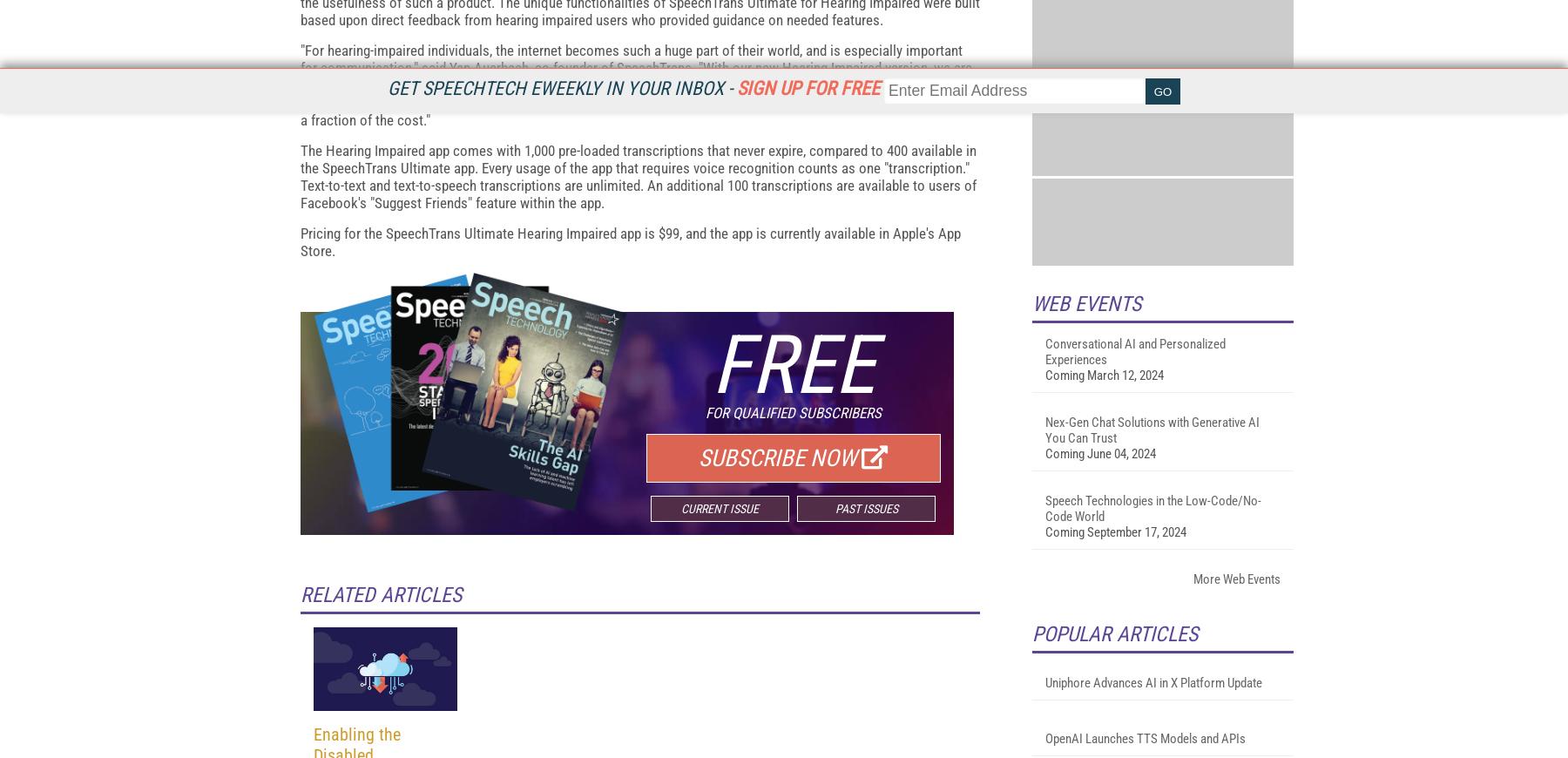 The width and height of the screenshot is (1568, 758). Describe the element at coordinates (1152, 640) in the screenshot. I see `'Nex-Gen Chat Solutions with Generative AI You Can Trust'` at that location.